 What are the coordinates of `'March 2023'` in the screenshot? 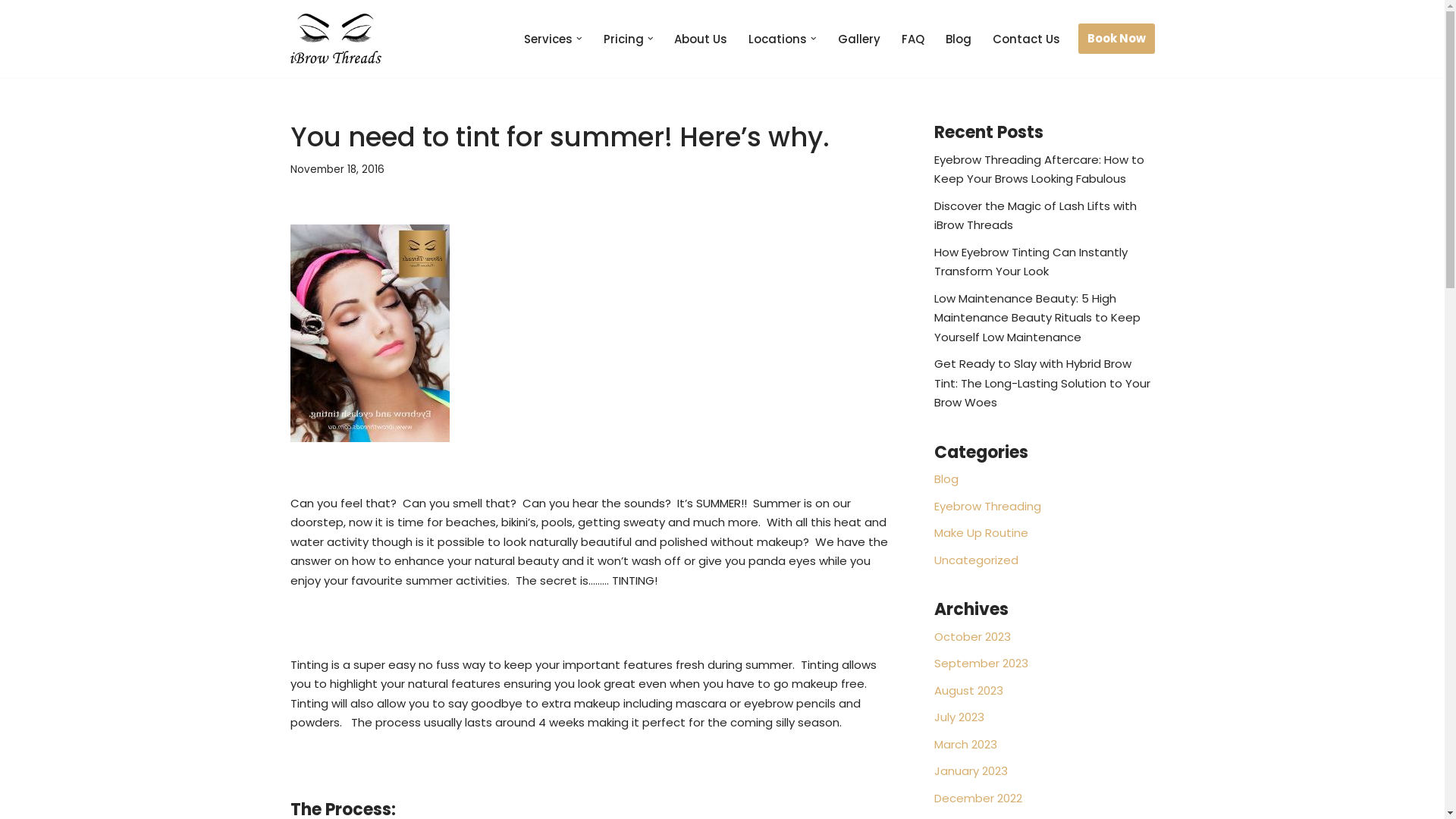 It's located at (934, 743).